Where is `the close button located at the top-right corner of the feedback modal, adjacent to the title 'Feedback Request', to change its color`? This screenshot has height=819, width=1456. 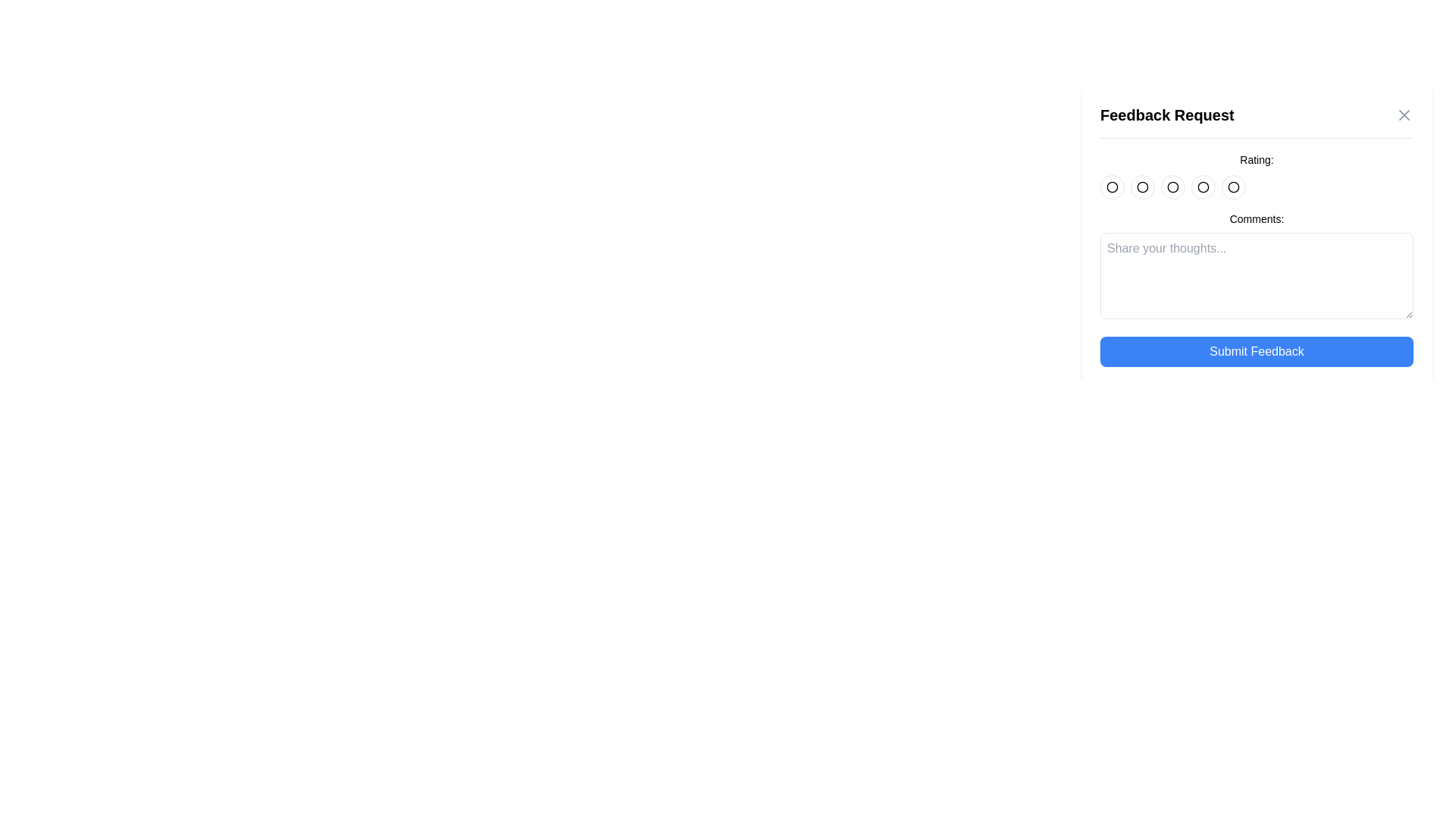
the close button located at the top-right corner of the feedback modal, adjacent to the title 'Feedback Request', to change its color is located at coordinates (1404, 114).